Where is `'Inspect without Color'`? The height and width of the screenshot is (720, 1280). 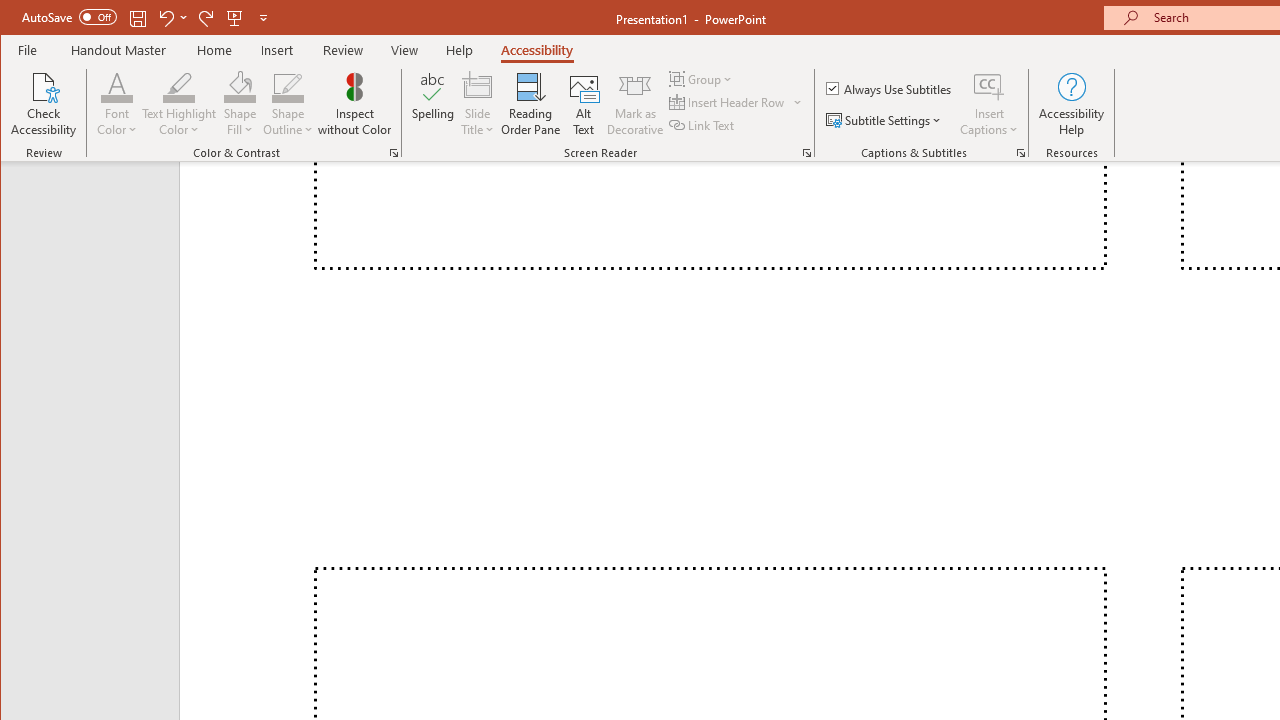 'Inspect without Color' is located at coordinates (355, 104).